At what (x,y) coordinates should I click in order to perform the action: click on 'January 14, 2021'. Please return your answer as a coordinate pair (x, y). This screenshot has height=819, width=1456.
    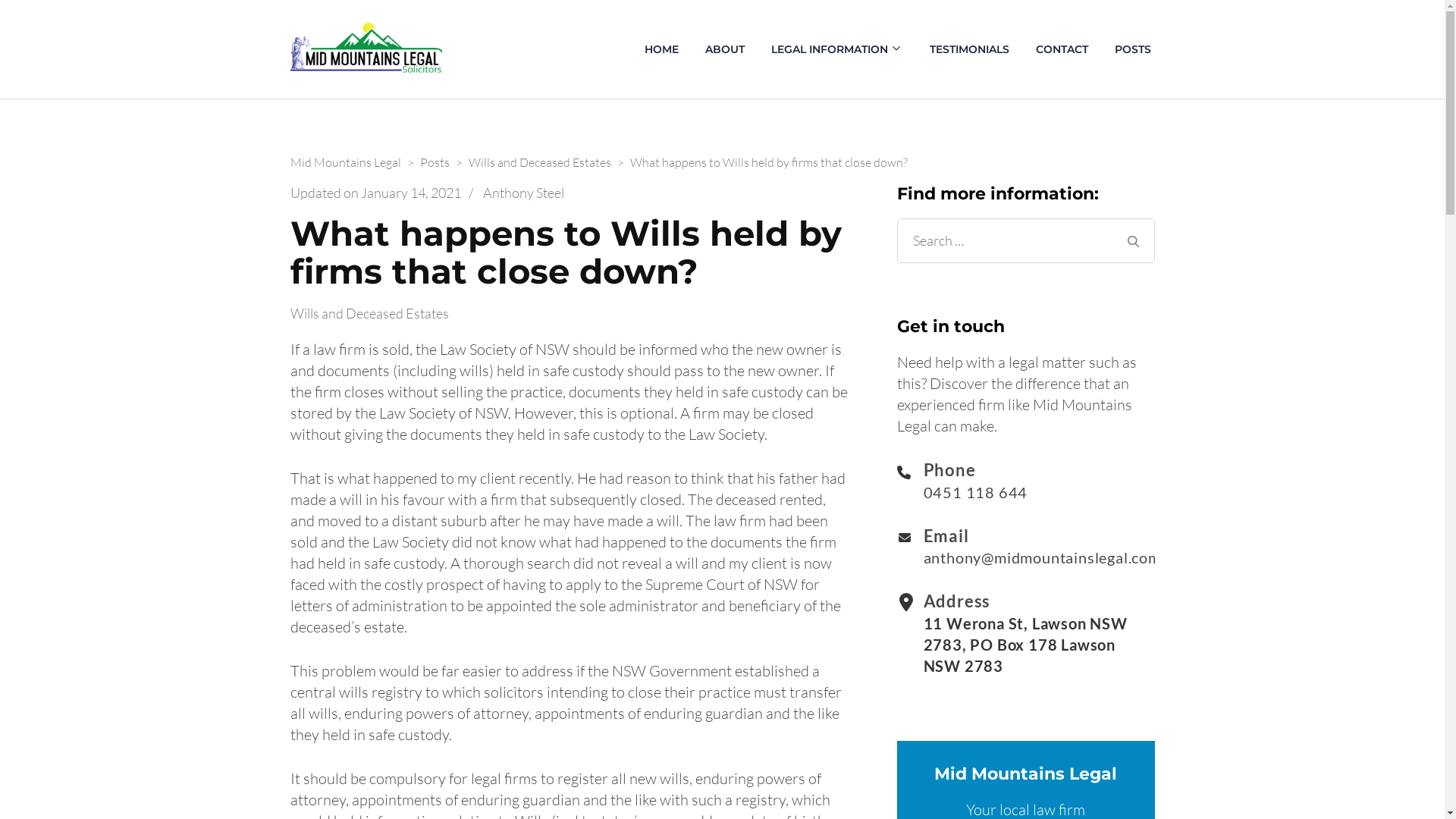
    Looking at the image, I should click on (359, 192).